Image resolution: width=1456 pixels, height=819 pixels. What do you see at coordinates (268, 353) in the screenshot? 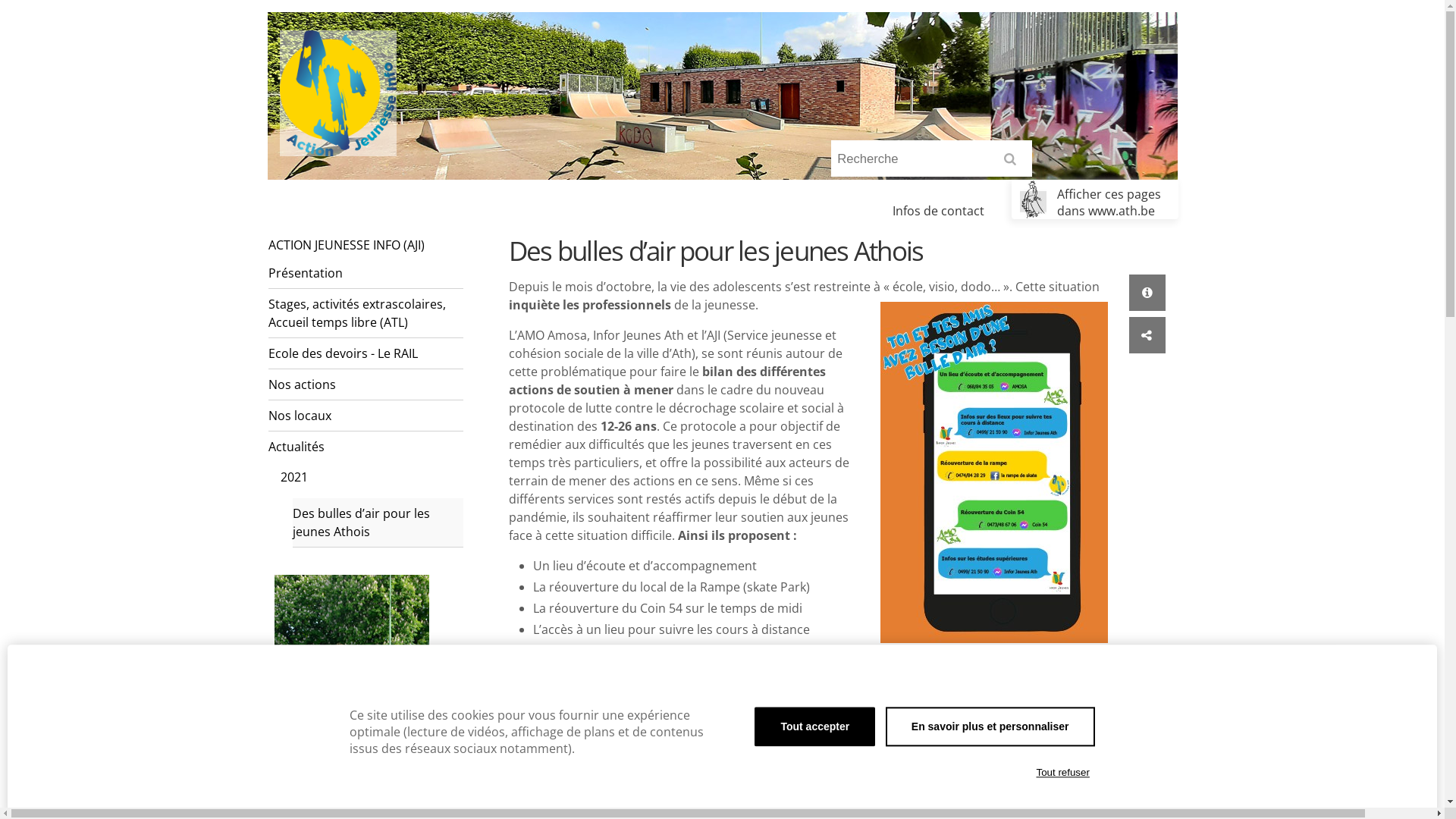
I see `'Ecole des devoirs - Le RAIL'` at bounding box center [268, 353].